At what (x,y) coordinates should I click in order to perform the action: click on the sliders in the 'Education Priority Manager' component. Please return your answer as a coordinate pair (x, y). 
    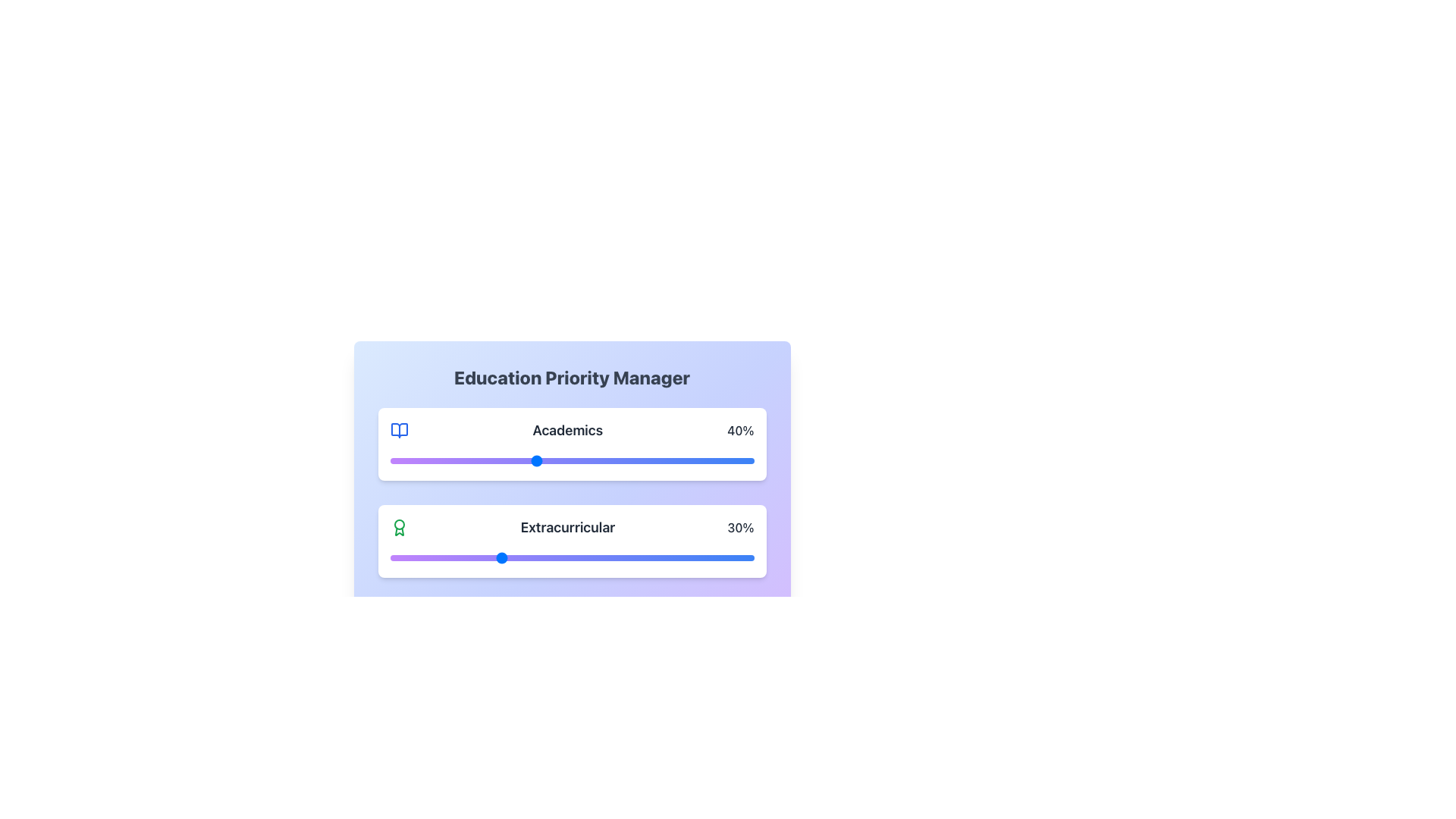
    Looking at the image, I should click on (571, 459).